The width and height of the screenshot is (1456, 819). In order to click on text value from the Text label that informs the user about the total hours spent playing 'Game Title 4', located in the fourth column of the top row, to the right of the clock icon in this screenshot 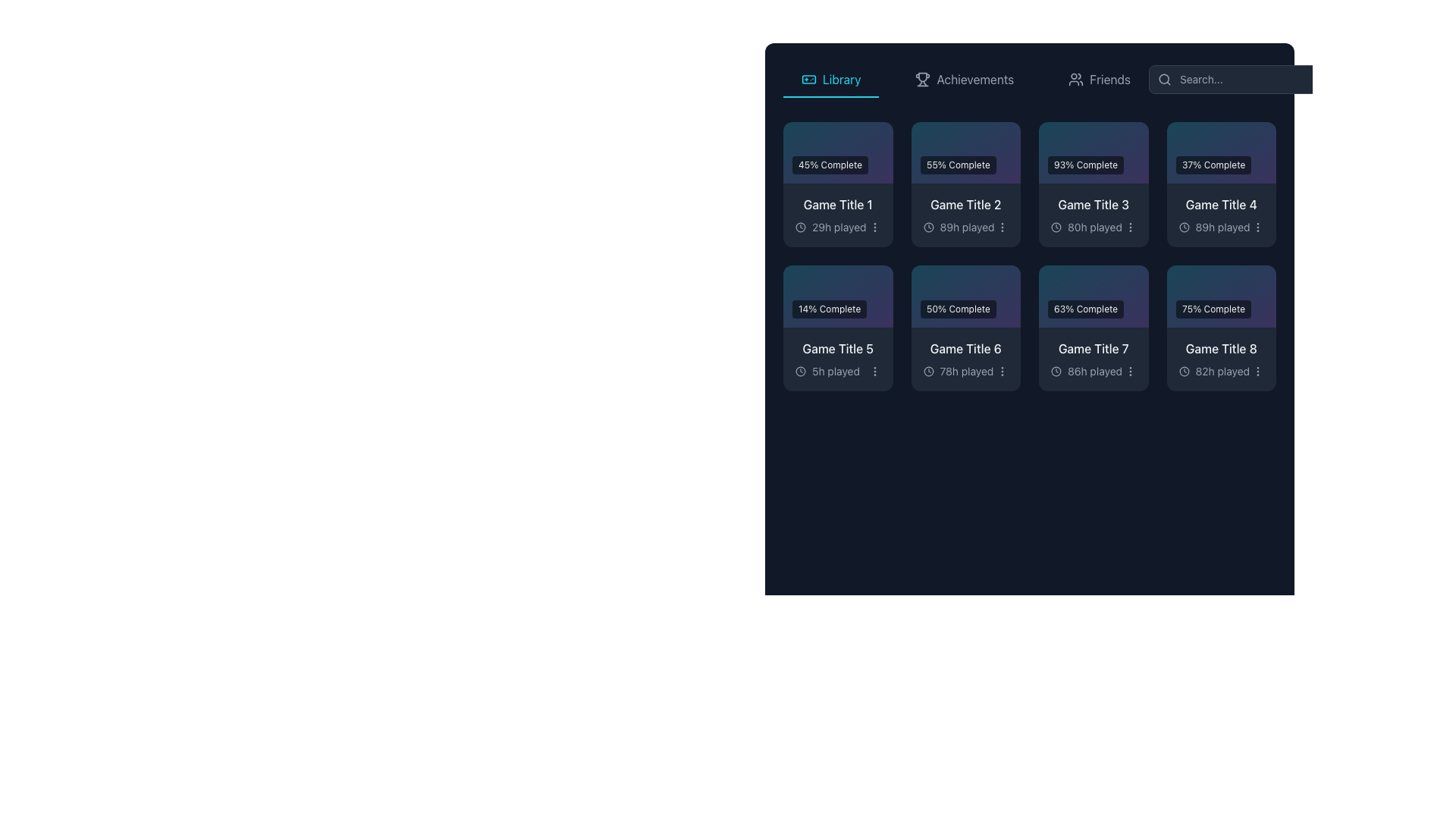, I will do `click(1222, 227)`.